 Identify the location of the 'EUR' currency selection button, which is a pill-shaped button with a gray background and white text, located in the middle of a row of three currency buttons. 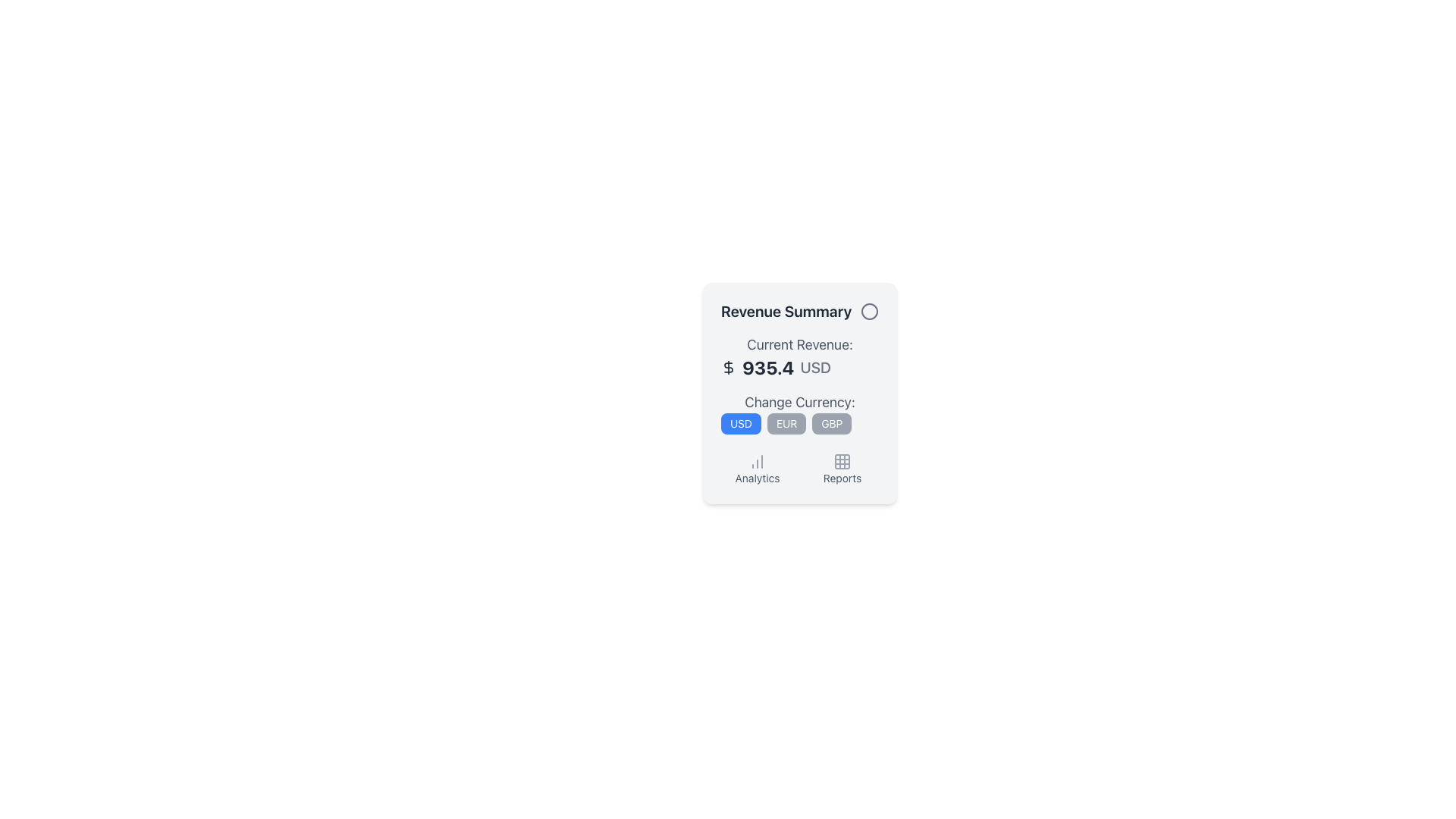
(786, 424).